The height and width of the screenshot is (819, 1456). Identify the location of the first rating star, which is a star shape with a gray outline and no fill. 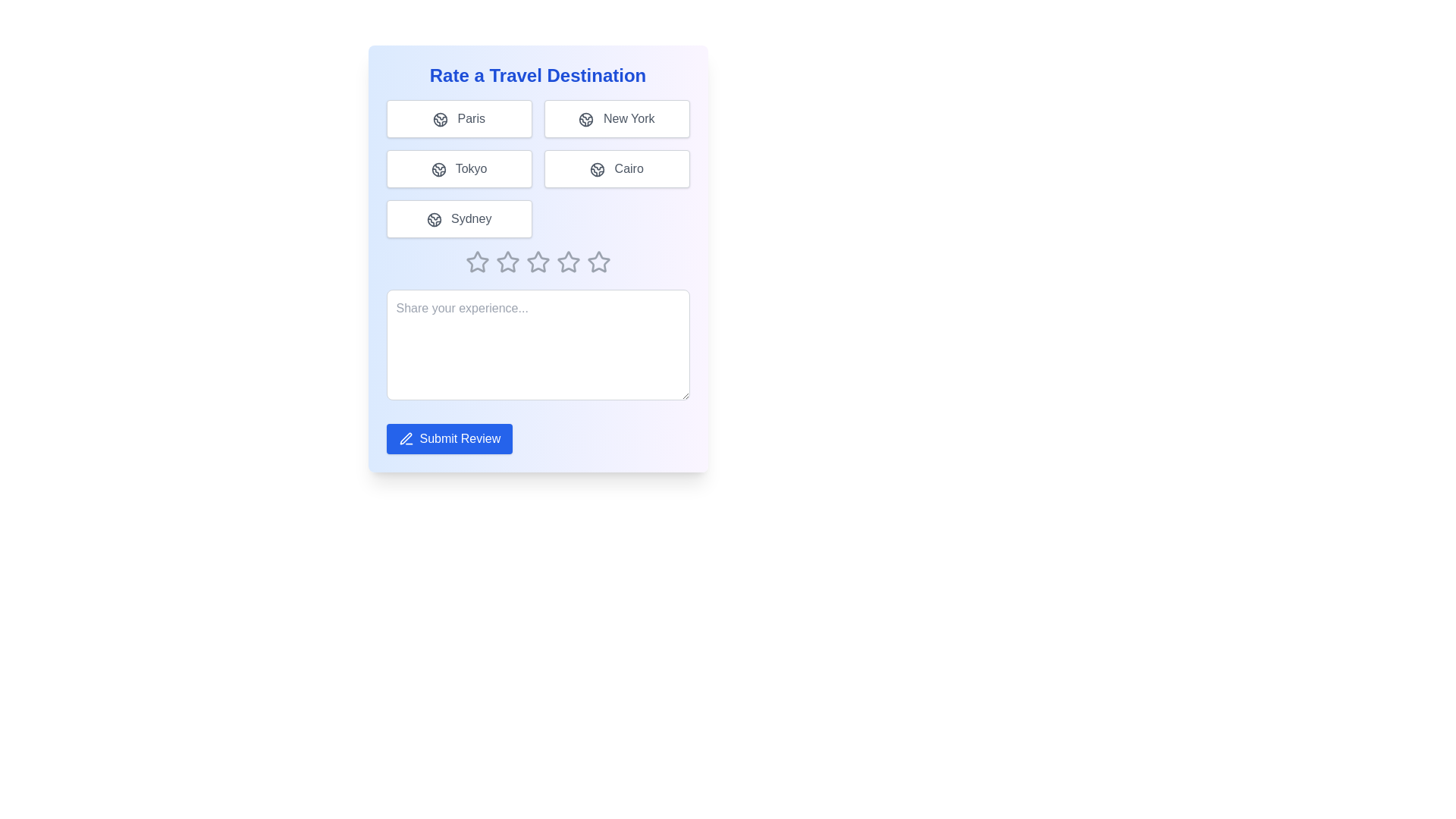
(476, 261).